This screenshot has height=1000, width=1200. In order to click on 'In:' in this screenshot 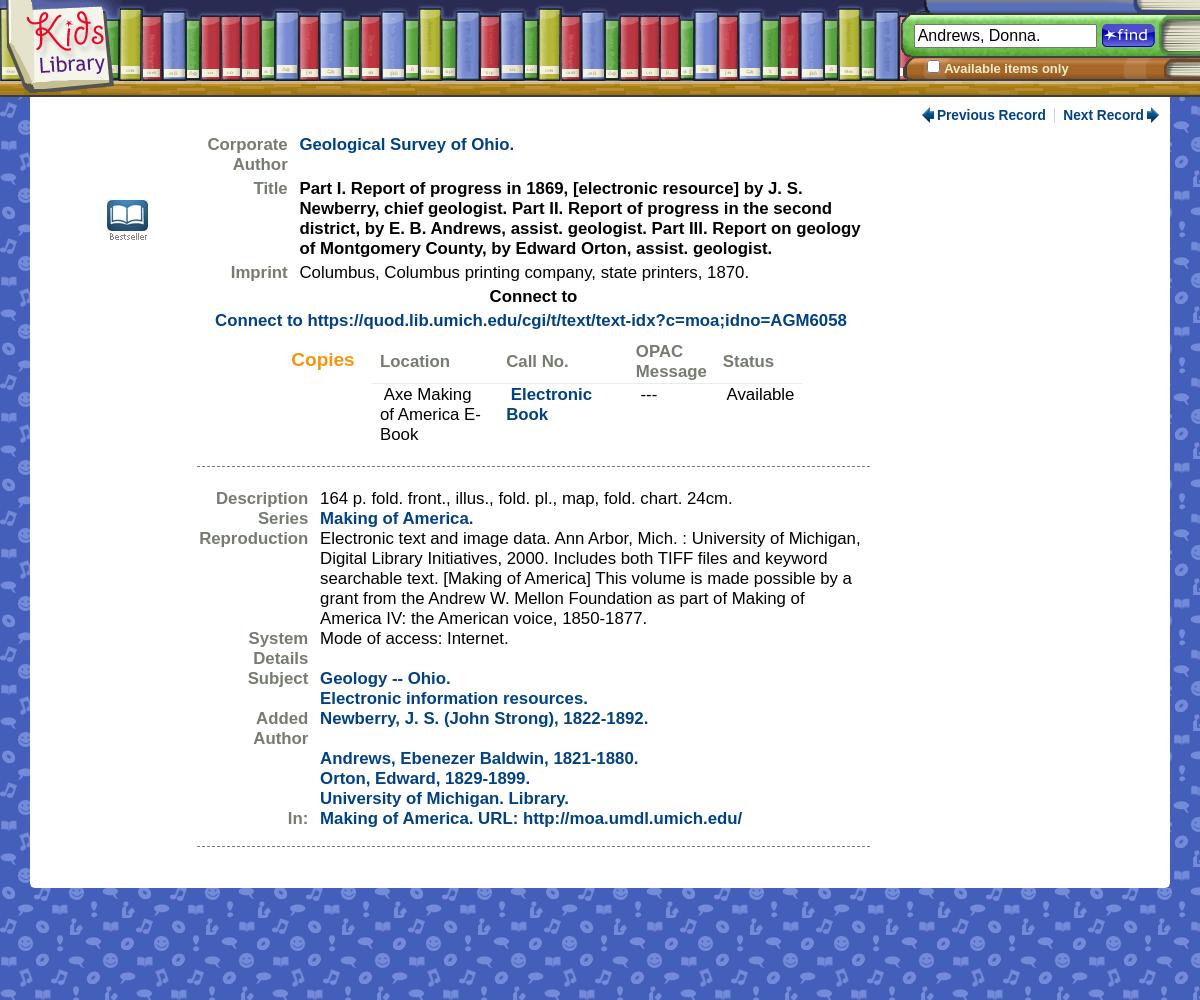, I will do `click(296, 817)`.